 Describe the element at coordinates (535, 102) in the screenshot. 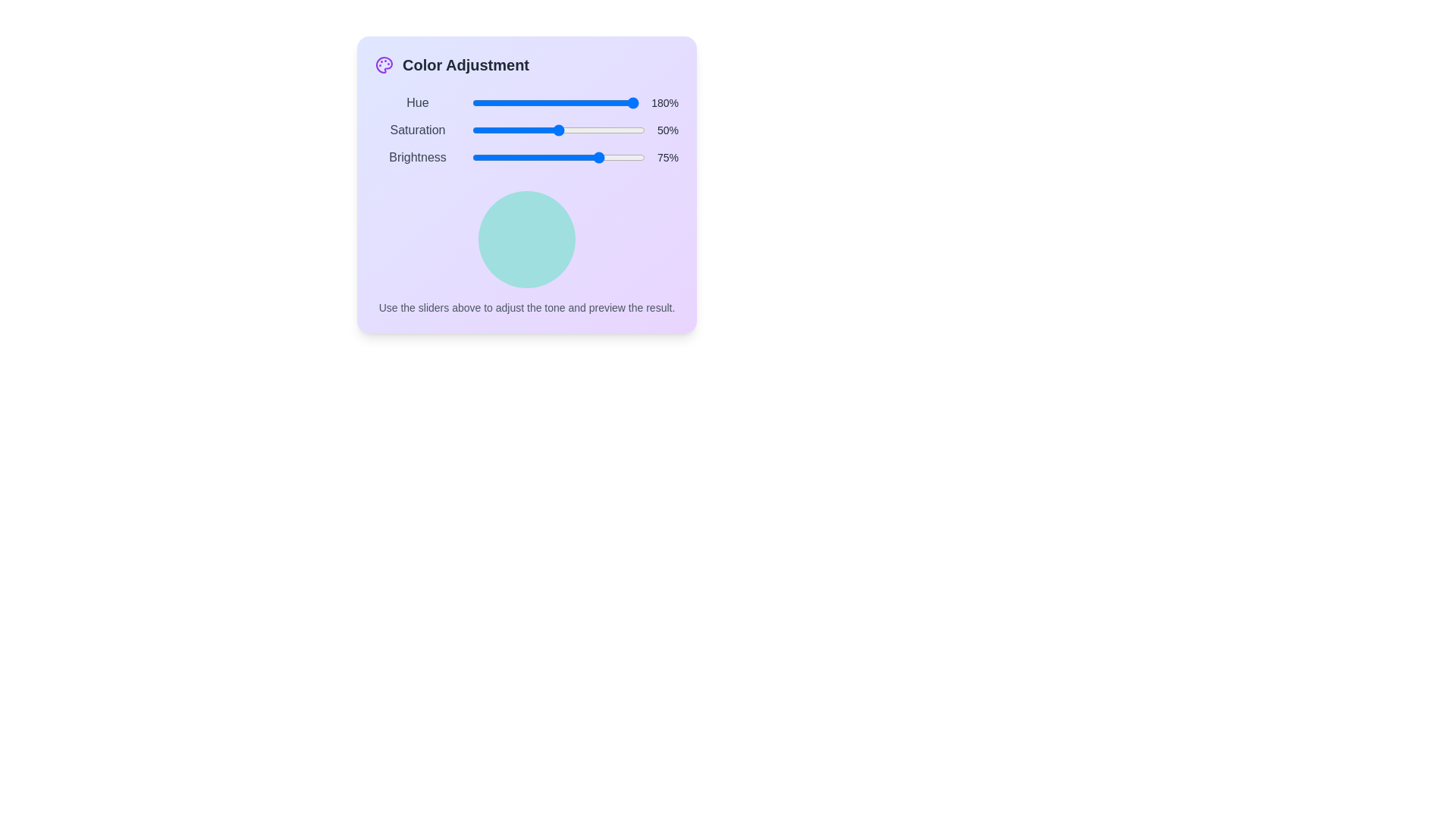

I see `the 0 slider to 38% to observe the resulting color in the preview circle` at that location.